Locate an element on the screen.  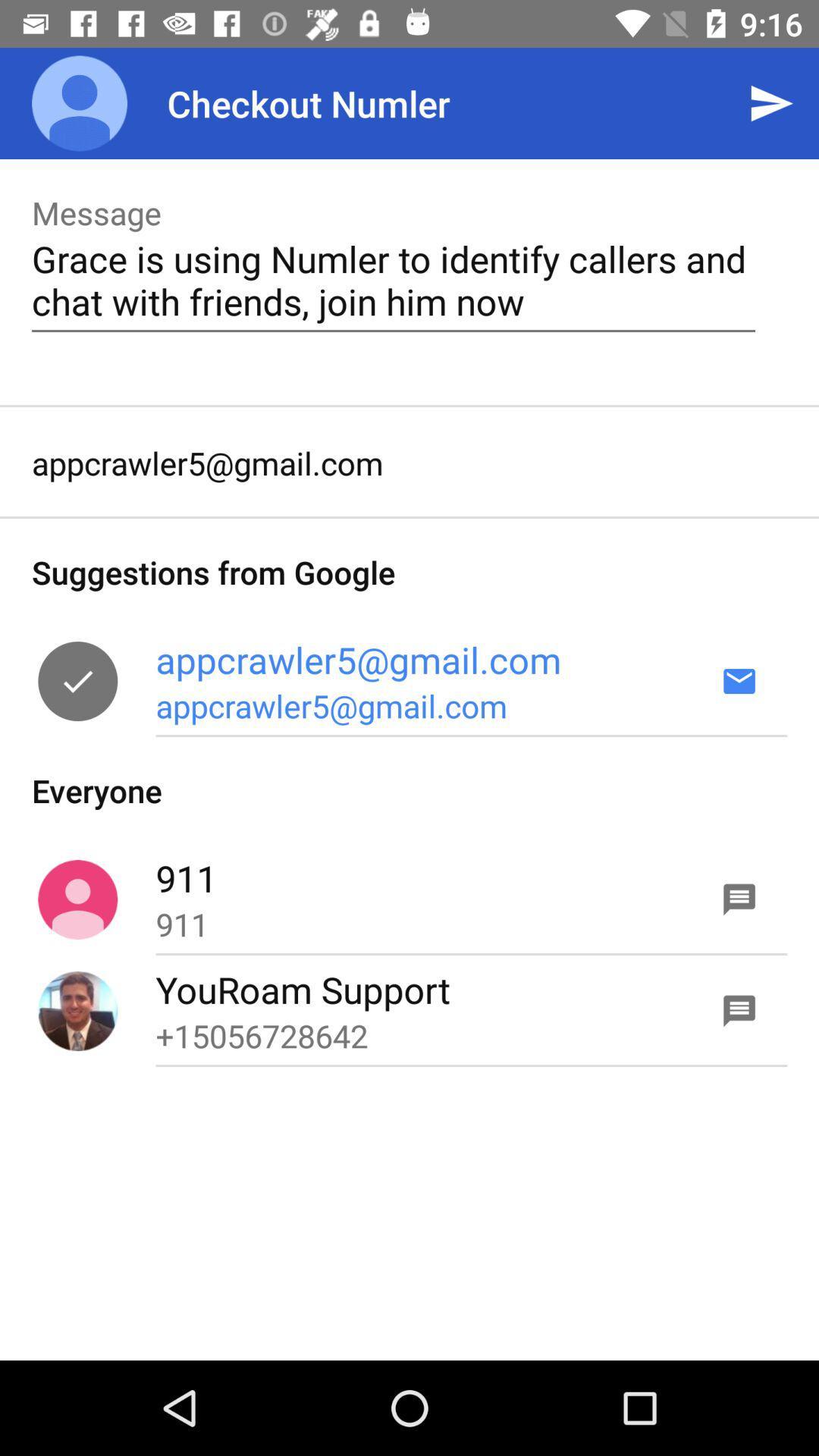
the grace is using item is located at coordinates (393, 280).